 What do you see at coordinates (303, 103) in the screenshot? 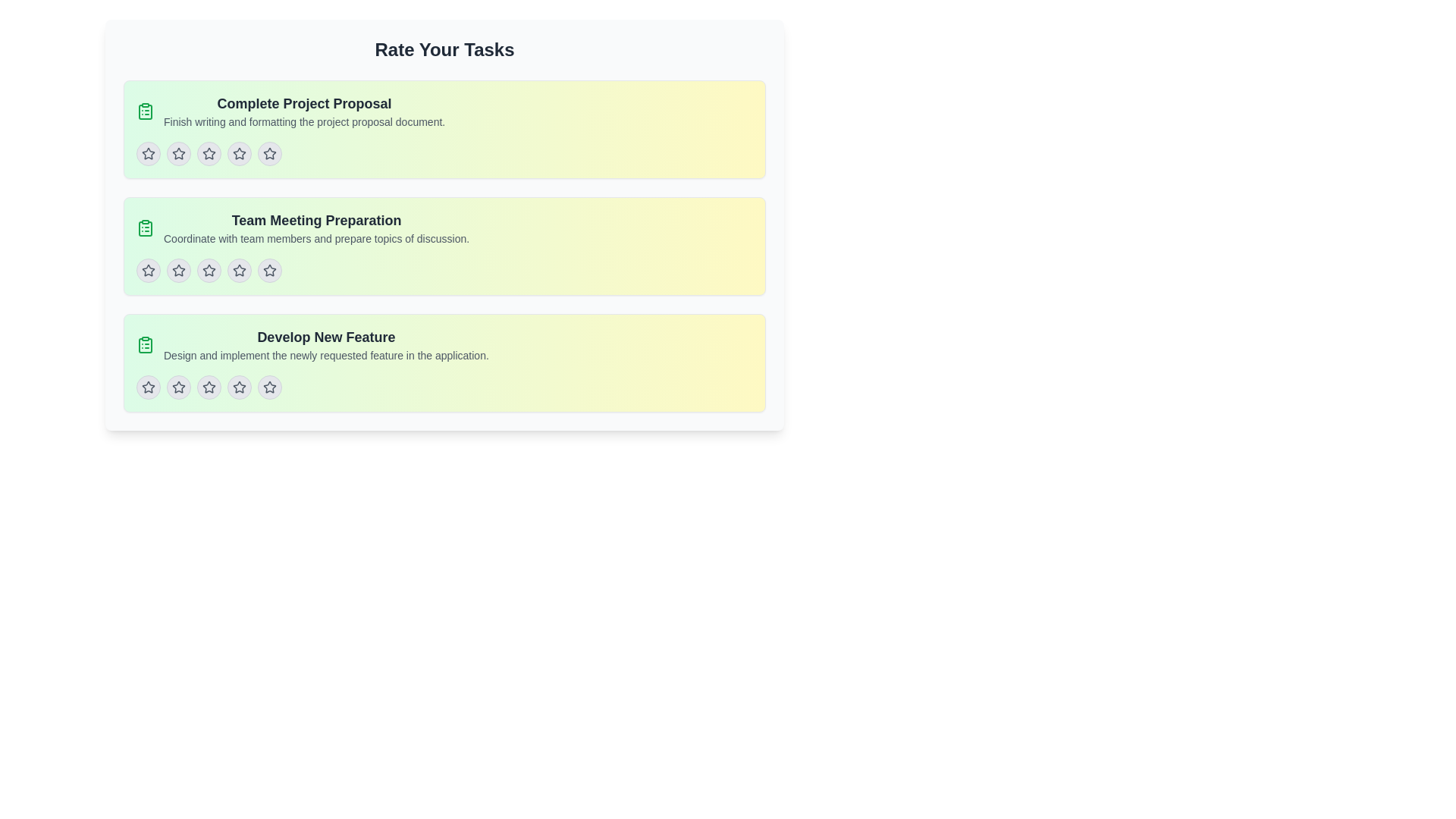
I see `the text header styled with a bold typeface in a large font size, colored in dark gray, located at the top of a light greenish-yellow box, which is the title of the first task card` at bounding box center [303, 103].